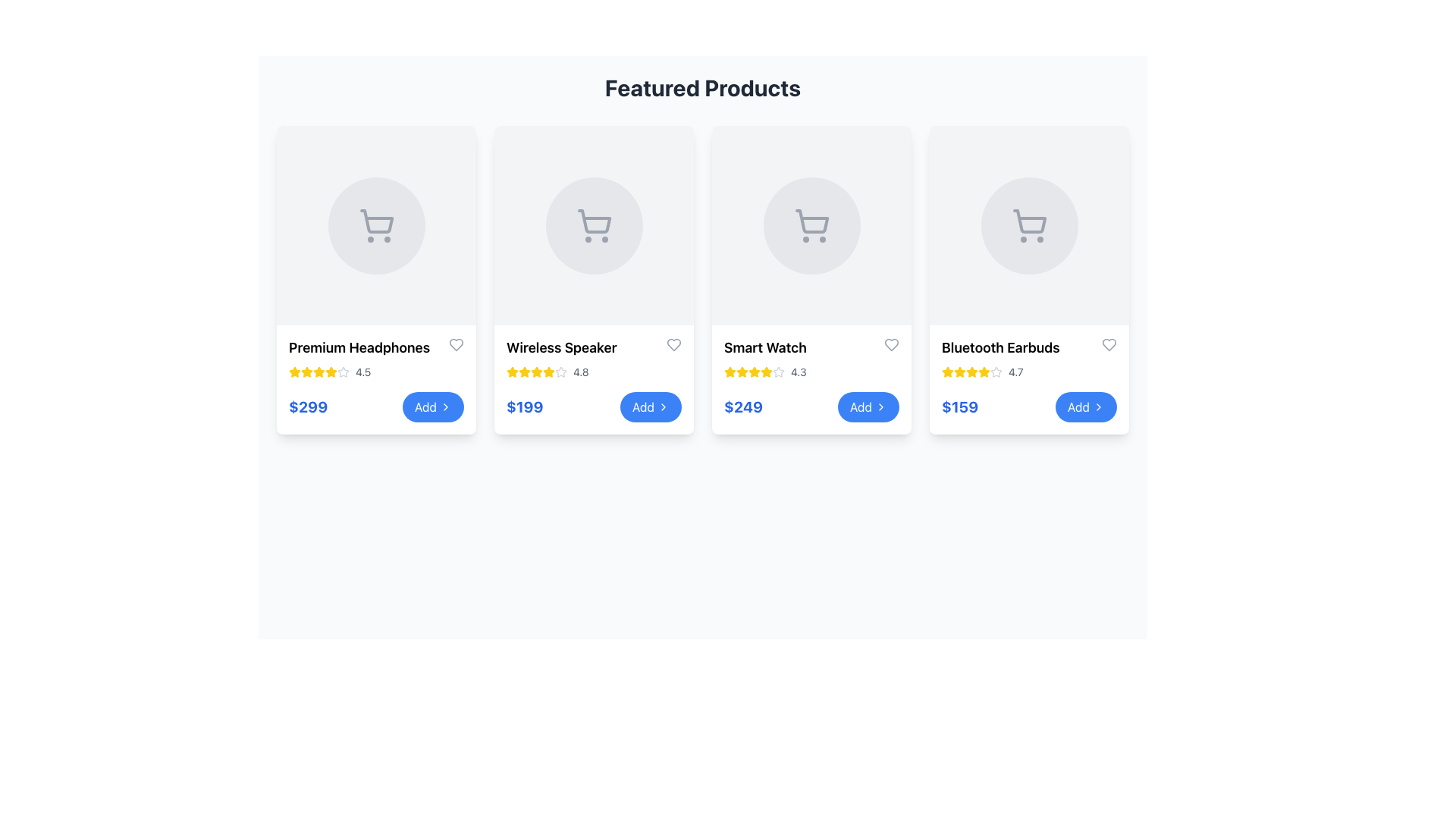  Describe the element at coordinates (811, 225) in the screenshot. I see `the shopping cart icon in the center of the circular area of the 'Smart Watch' product card, which is the third card from the left in the featured products section` at that location.